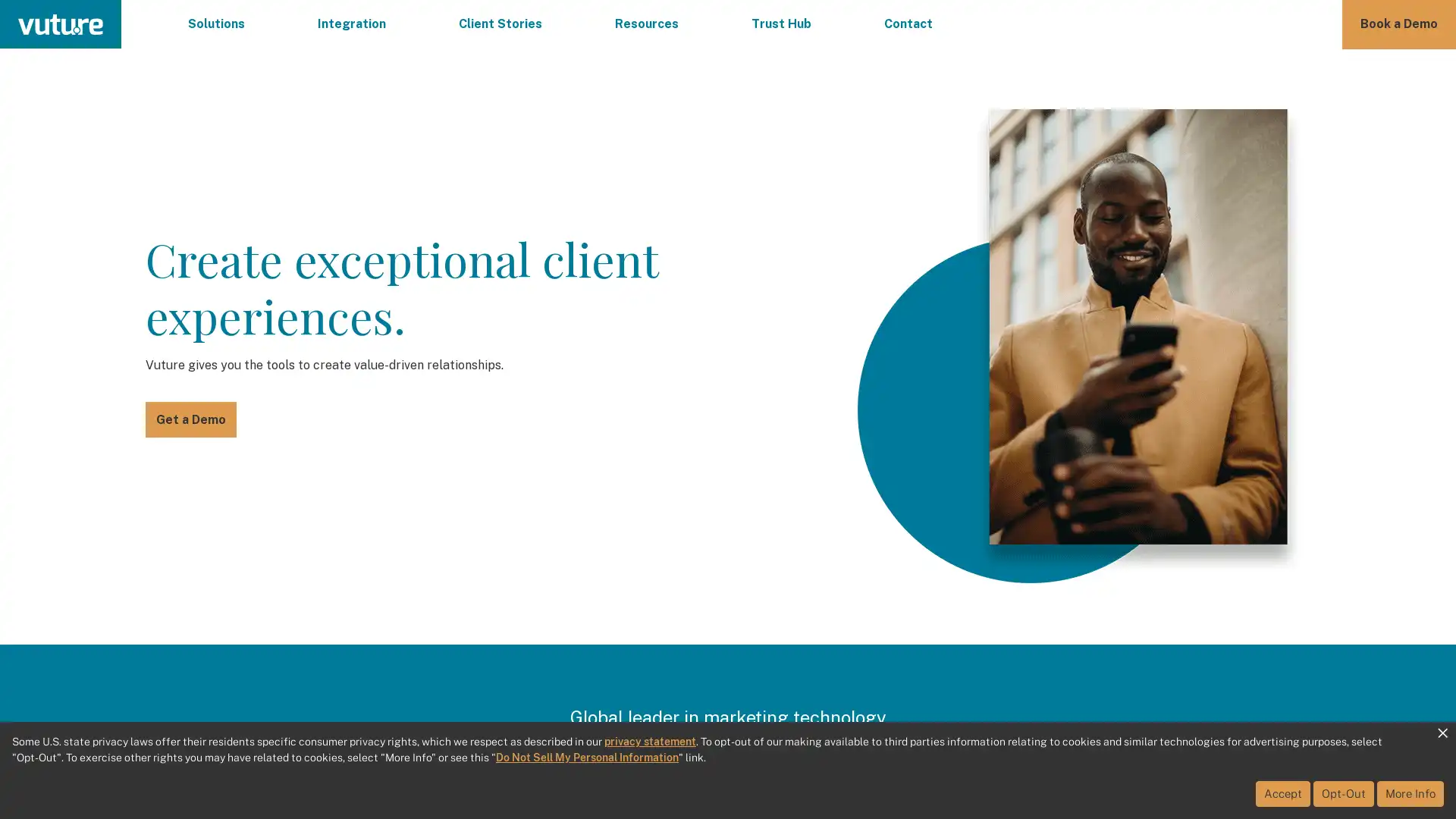 The image size is (1456, 819). I want to click on Opt-Out, so click(1343, 792).